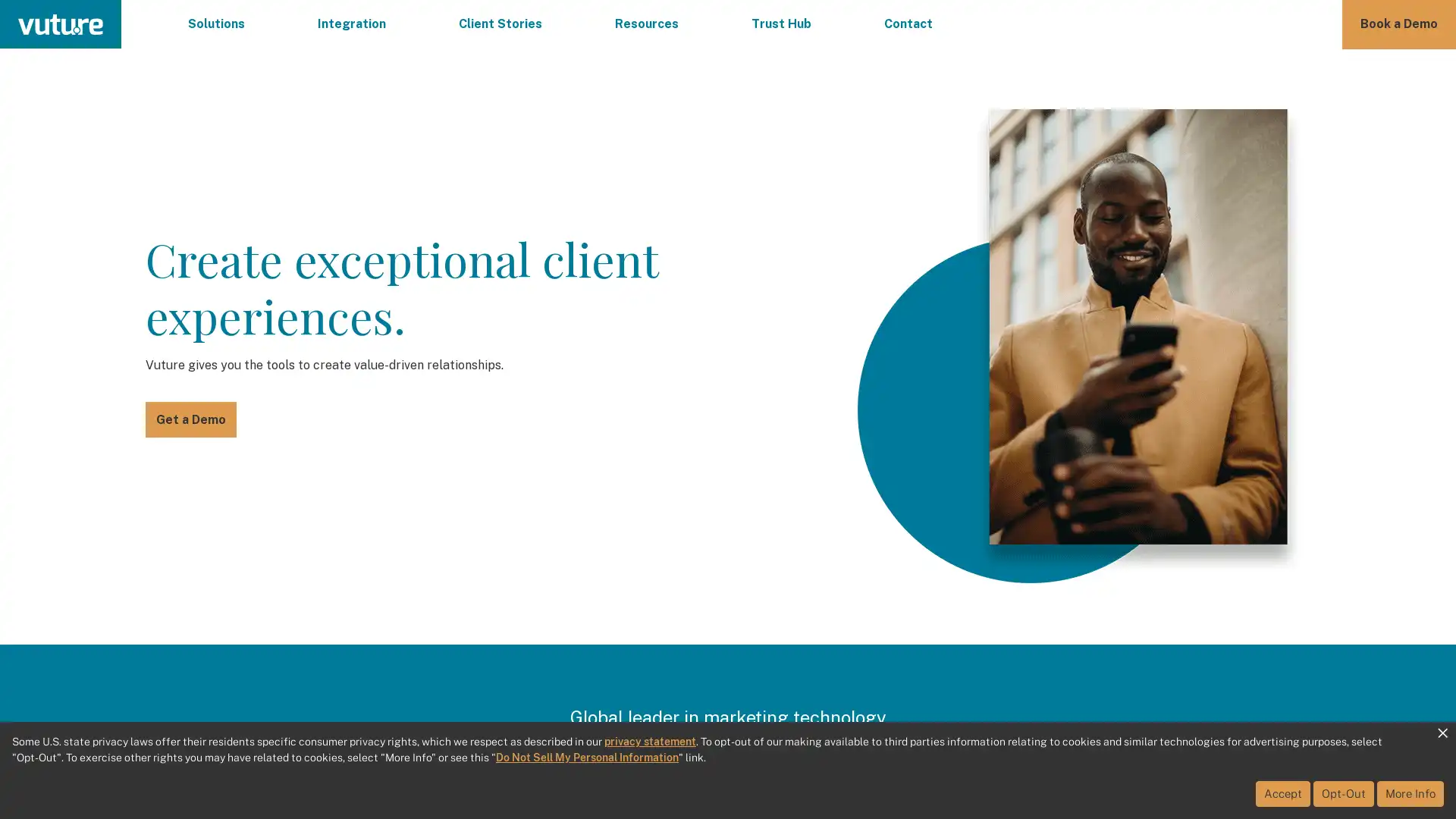 The image size is (1456, 819). I want to click on Opt-Out, so click(1343, 792).